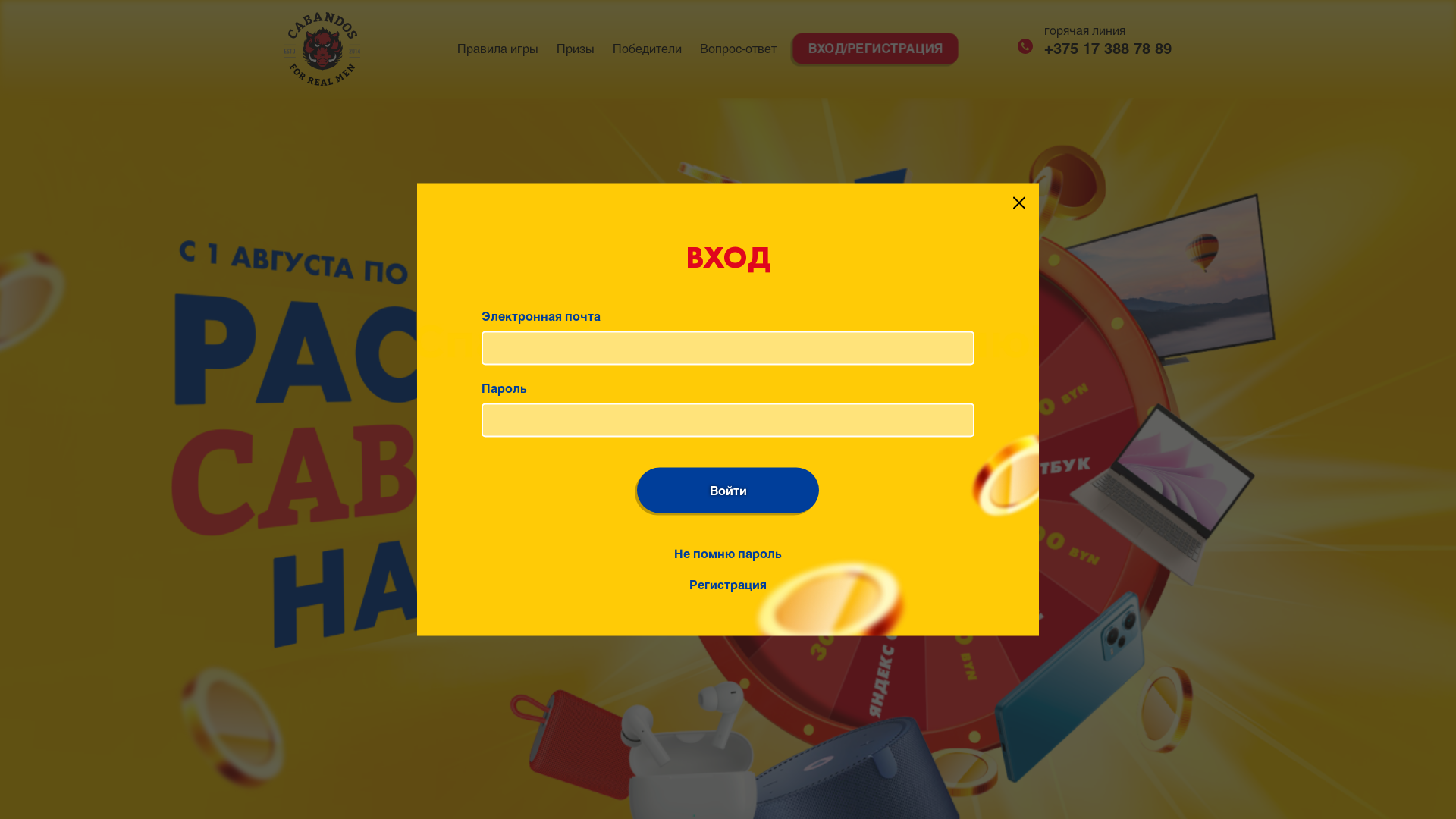  Describe the element at coordinates (1094, 48) in the screenshot. I see `'+375 17 388 78 89'` at that location.